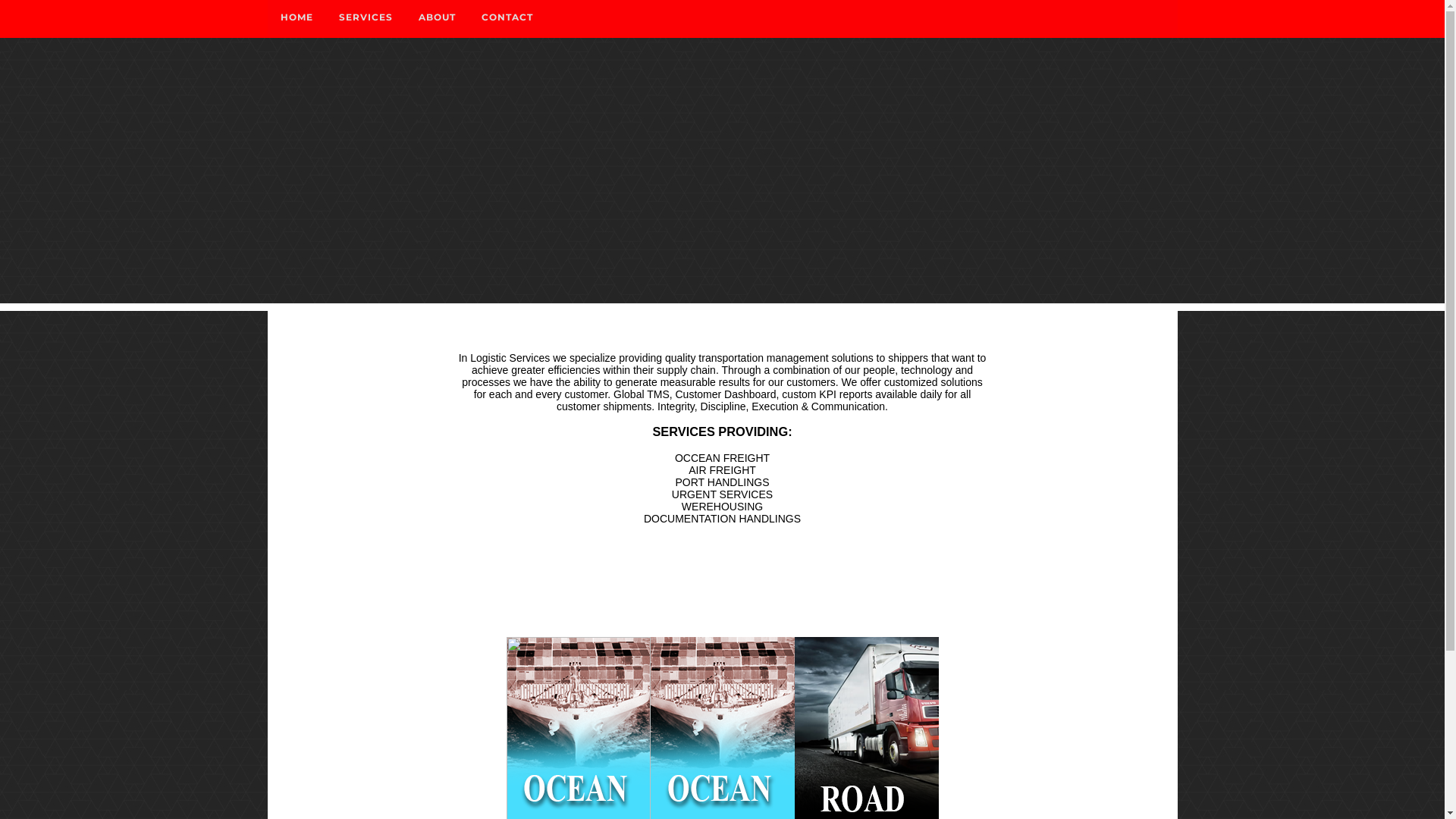 The width and height of the screenshot is (1456, 819). What do you see at coordinates (266, 17) in the screenshot?
I see `'HOME'` at bounding box center [266, 17].